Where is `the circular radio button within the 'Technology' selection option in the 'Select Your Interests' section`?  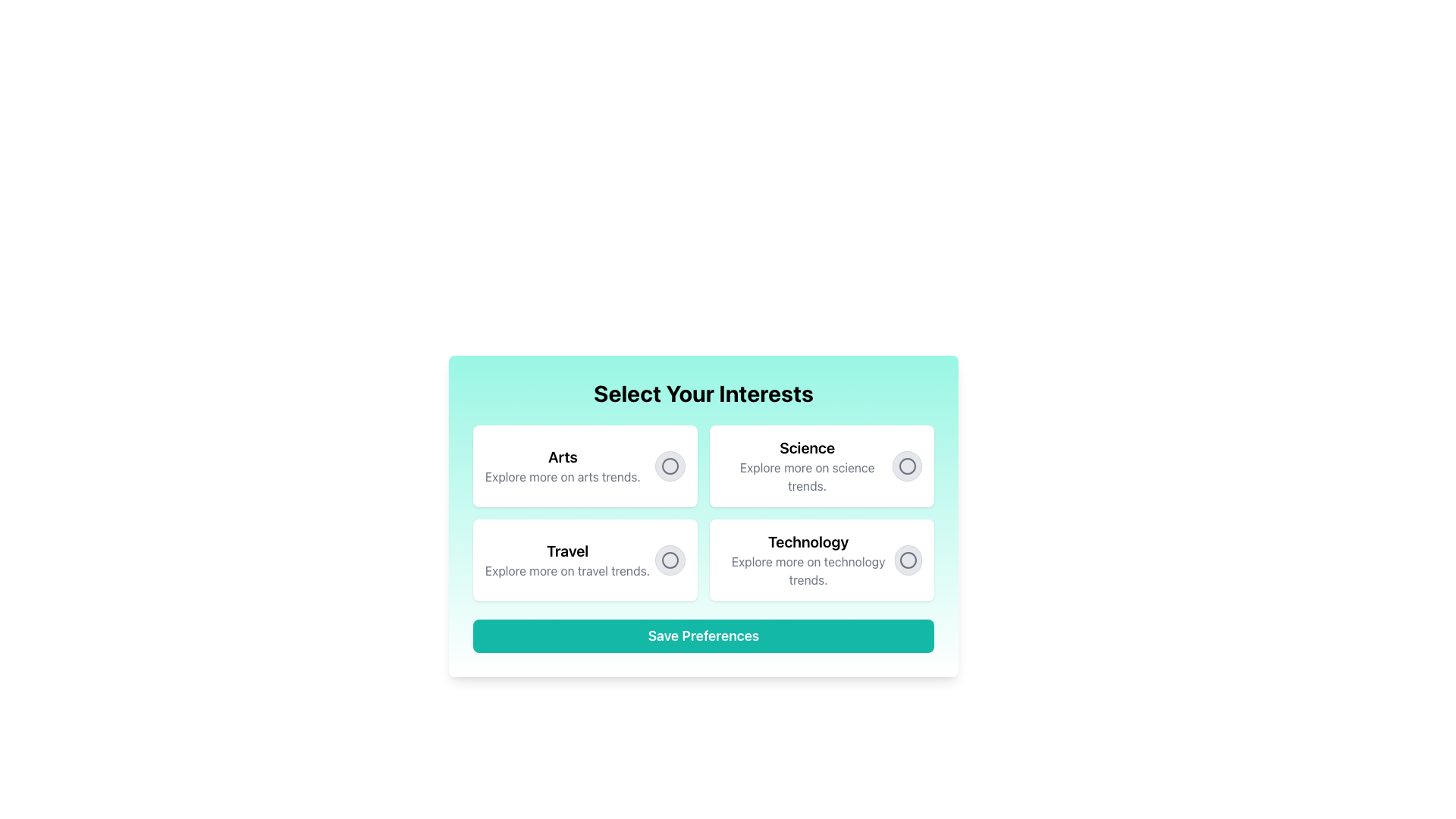 the circular radio button within the 'Technology' selection option in the 'Select Your Interests' section is located at coordinates (908, 560).